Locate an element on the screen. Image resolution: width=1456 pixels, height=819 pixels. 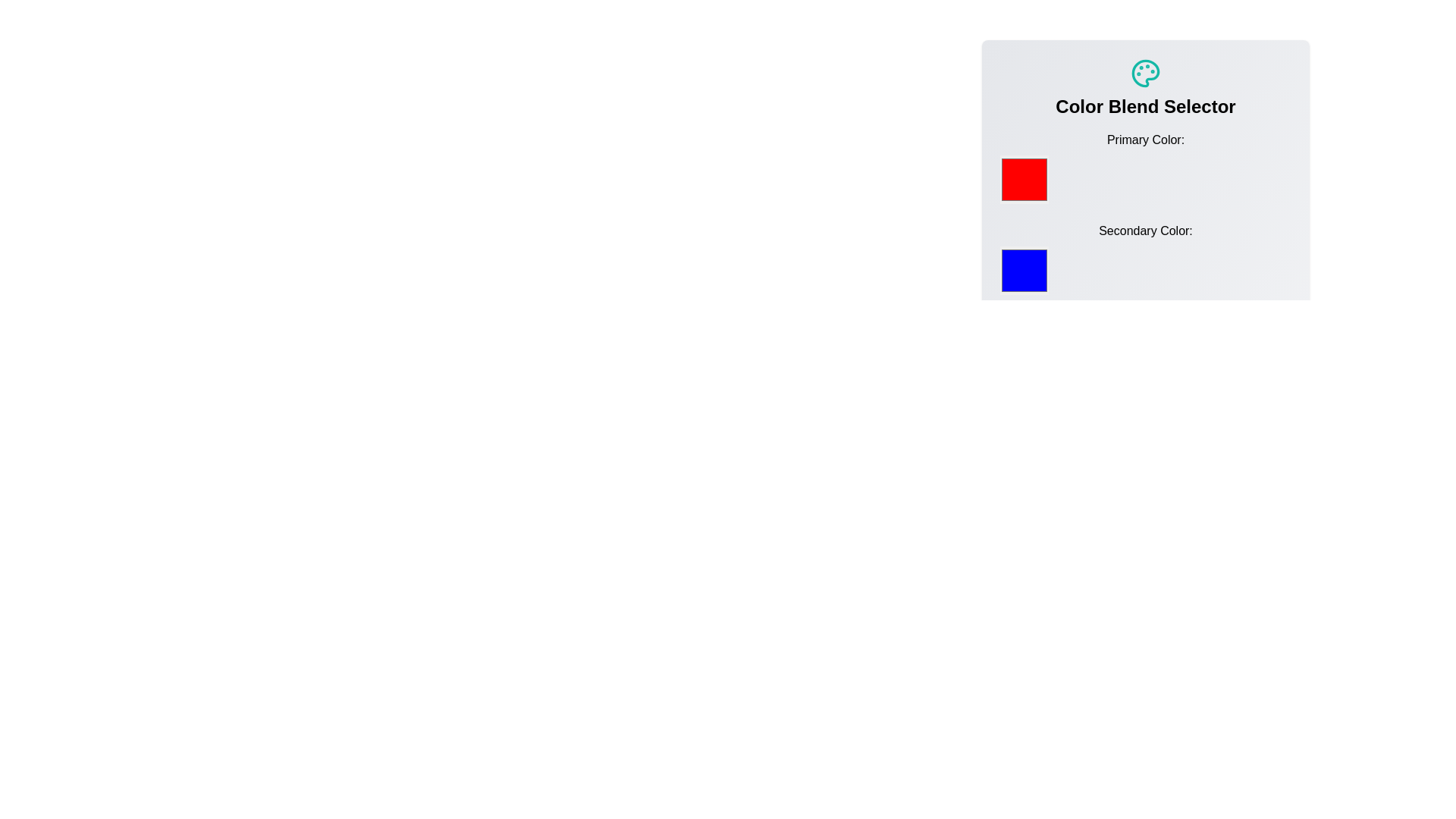
the decorative icon located at the top center of the 'Color Blend Selector' component, directly above the text 'Color Blend Selector' is located at coordinates (1145, 73).